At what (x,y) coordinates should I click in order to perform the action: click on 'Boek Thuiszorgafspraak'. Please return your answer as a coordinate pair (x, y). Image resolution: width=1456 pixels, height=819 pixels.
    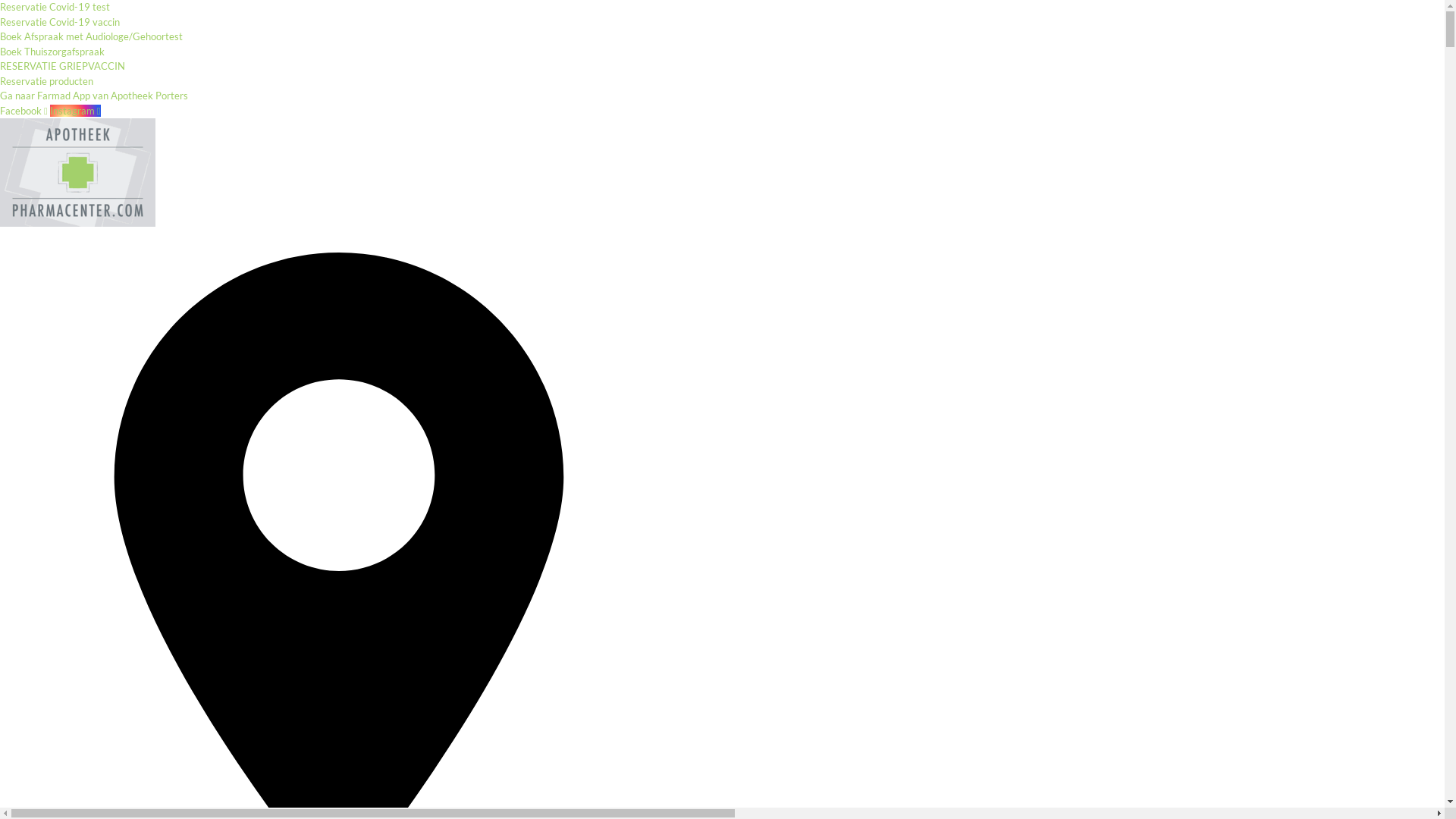
    Looking at the image, I should click on (0, 51).